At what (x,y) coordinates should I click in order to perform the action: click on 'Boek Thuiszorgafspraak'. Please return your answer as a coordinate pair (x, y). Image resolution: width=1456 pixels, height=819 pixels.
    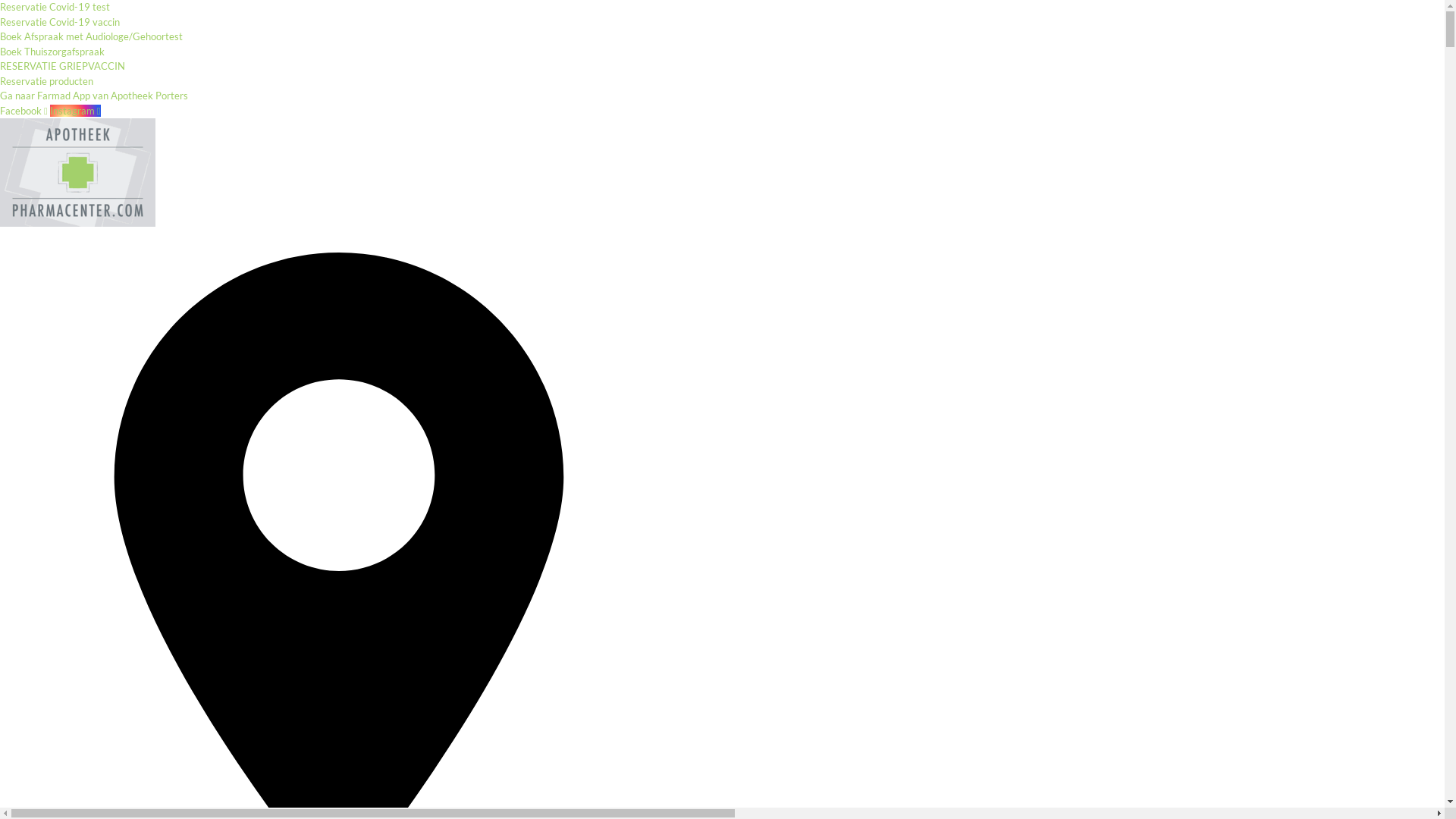
    Looking at the image, I should click on (0, 51).